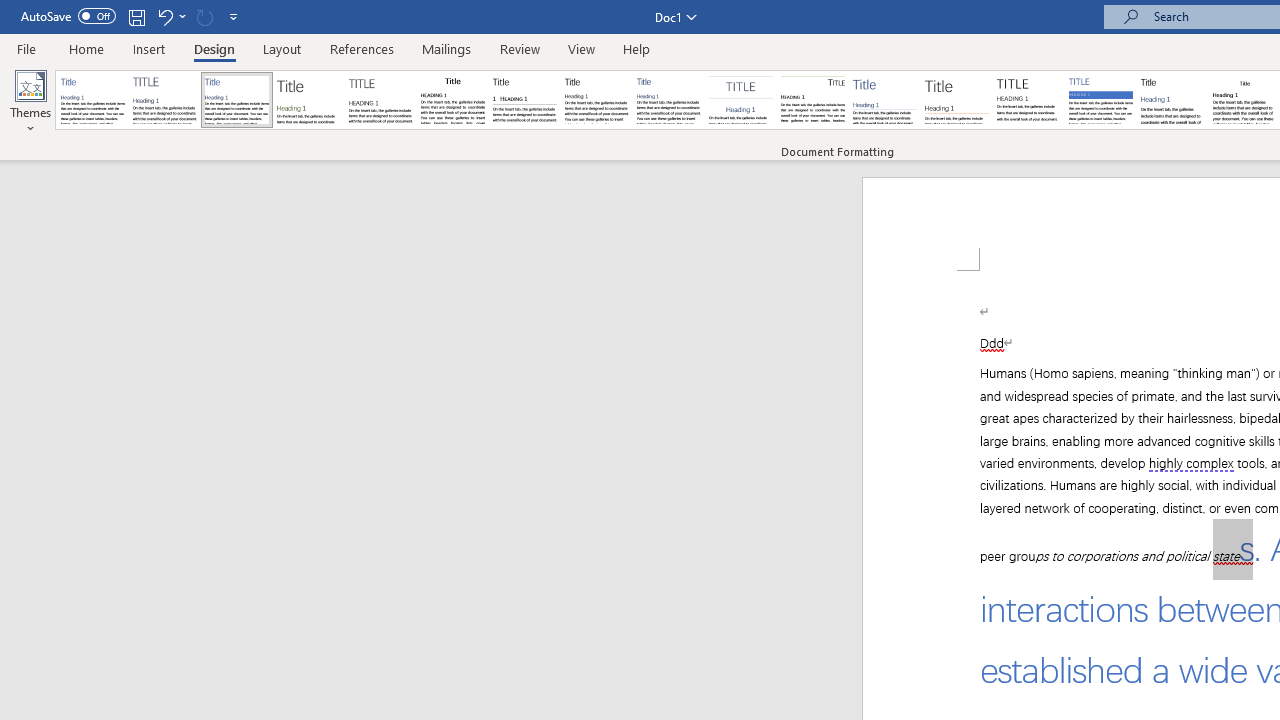  What do you see at coordinates (884, 100) in the screenshot?
I see `'Lines (Simple)'` at bounding box center [884, 100].